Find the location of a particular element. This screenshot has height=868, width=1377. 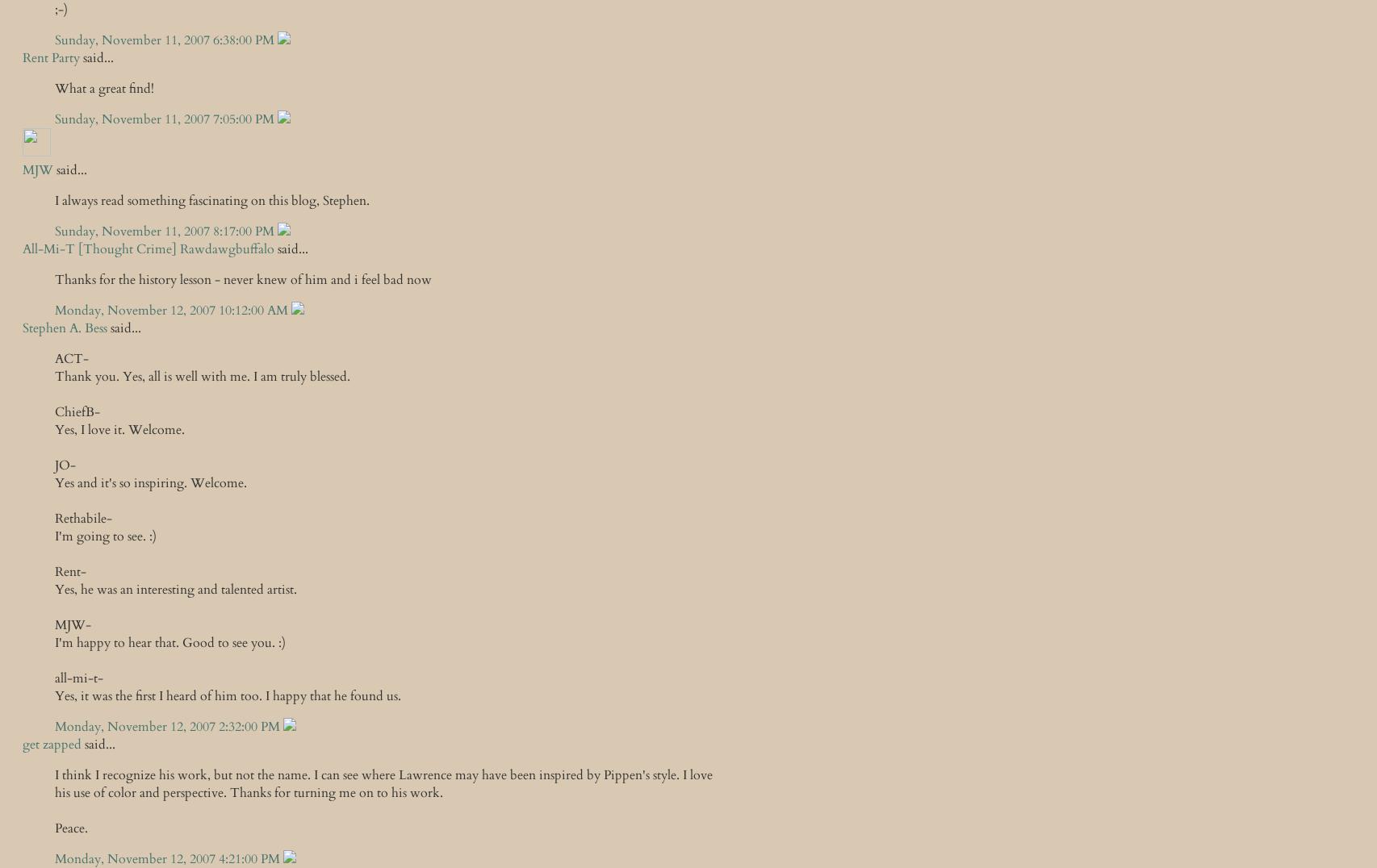

'I'm going to see.  :)' is located at coordinates (106, 535).